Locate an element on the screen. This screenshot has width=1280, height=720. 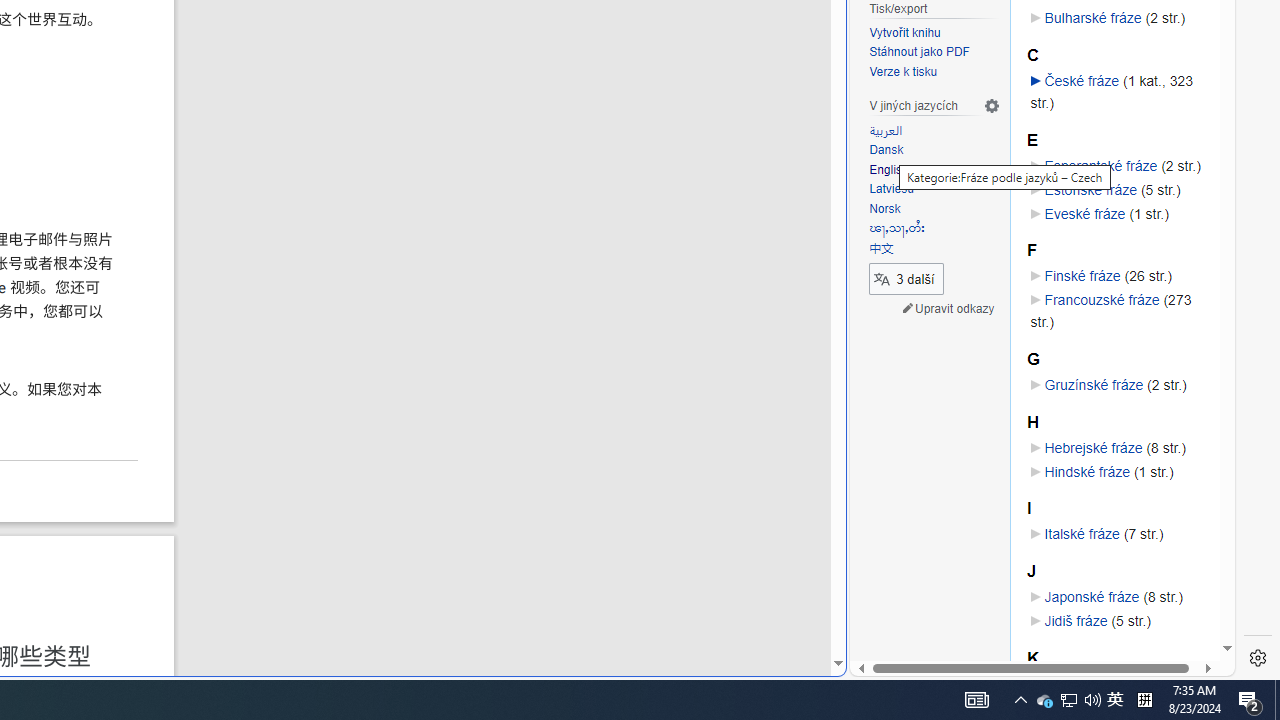
'Upravit odkazy' is located at coordinates (947, 309).